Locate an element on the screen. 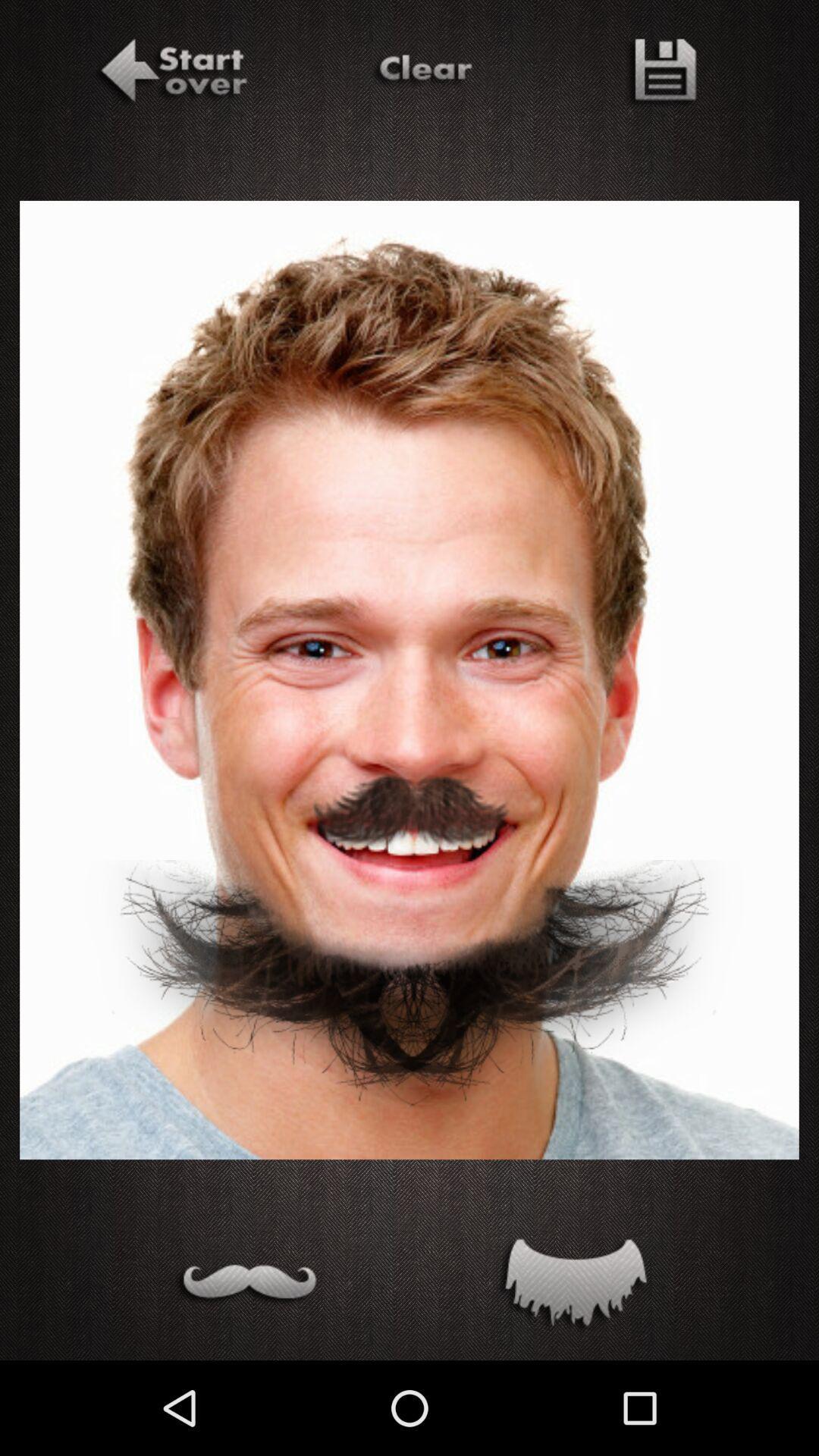 The height and width of the screenshot is (1456, 819). the arrow_backward icon is located at coordinates (171, 73).